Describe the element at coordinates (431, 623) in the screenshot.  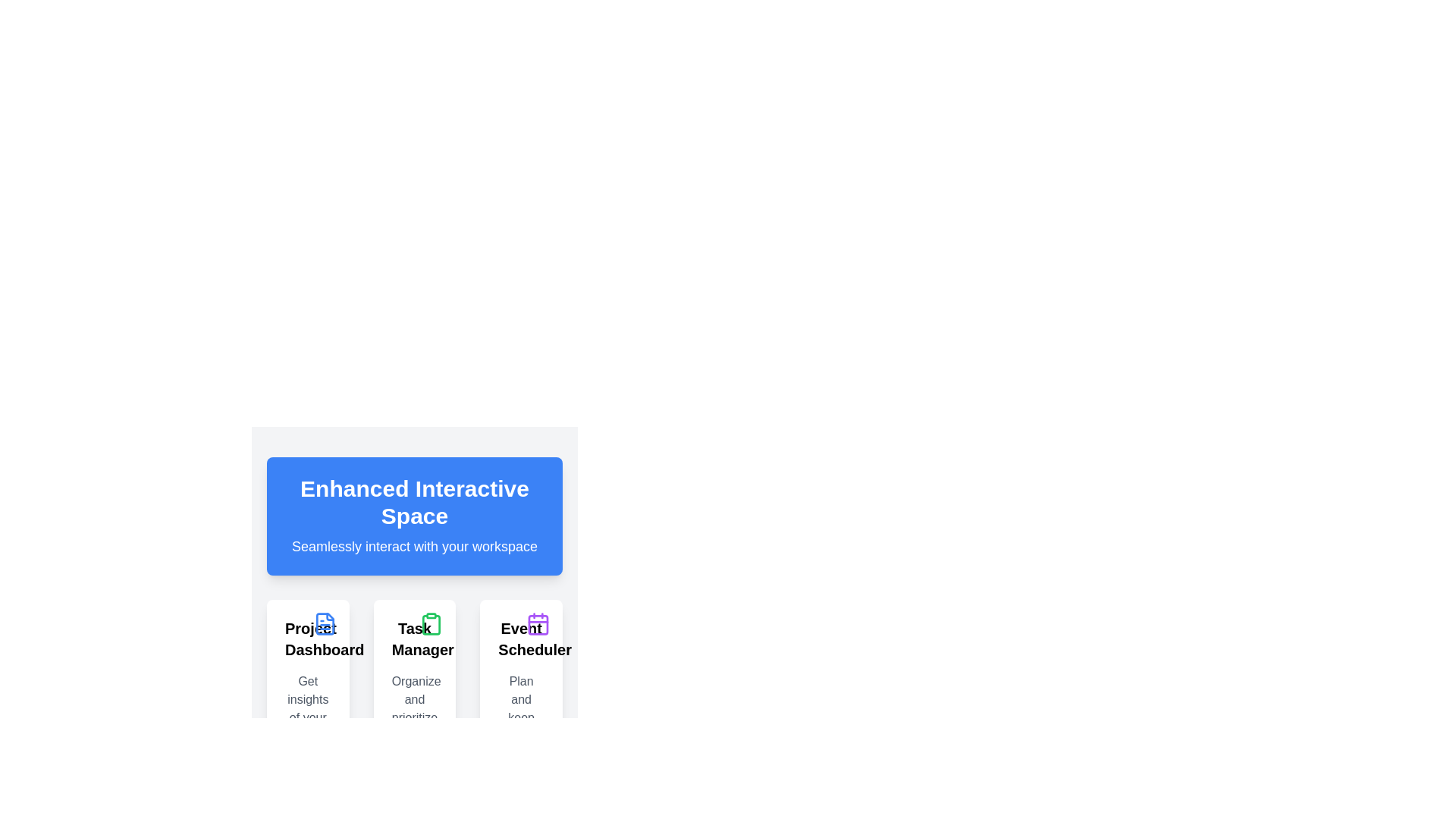
I see `the clipboard icon located in the top-right corner of the 'Task Manager' card` at that location.